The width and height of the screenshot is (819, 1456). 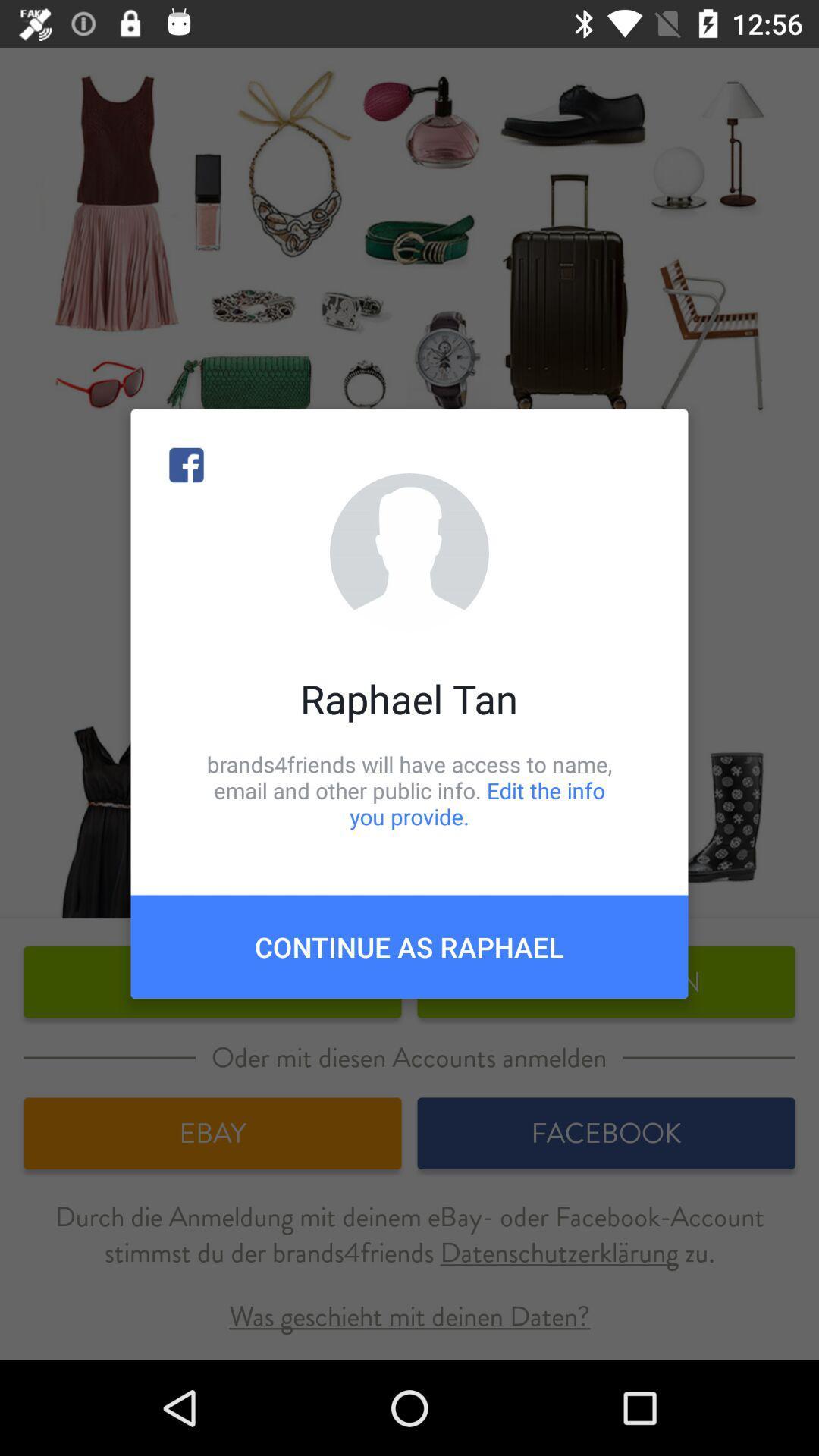 What do you see at coordinates (409, 946) in the screenshot?
I see `the icon below the brands4friends will have` at bounding box center [409, 946].